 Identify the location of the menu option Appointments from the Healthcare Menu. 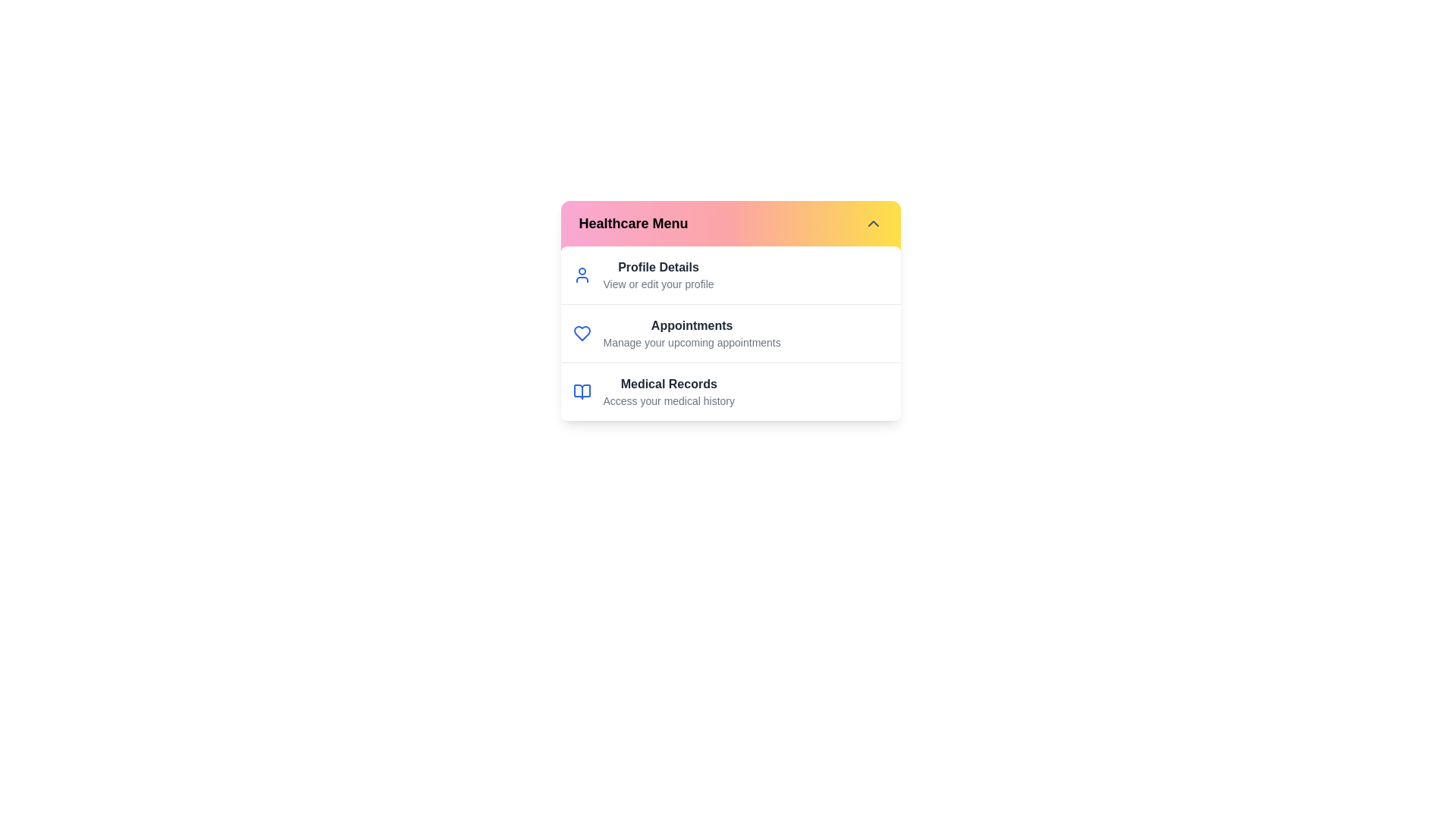
(691, 325).